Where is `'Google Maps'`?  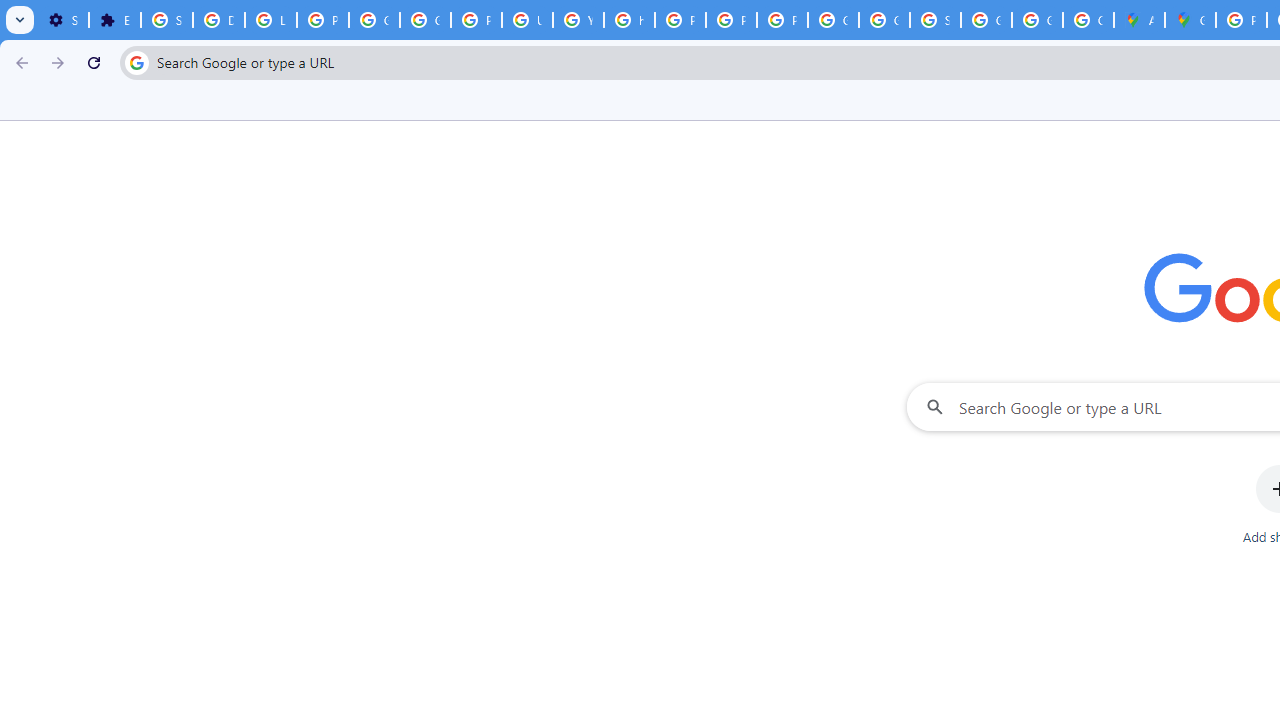 'Google Maps' is located at coordinates (1190, 20).